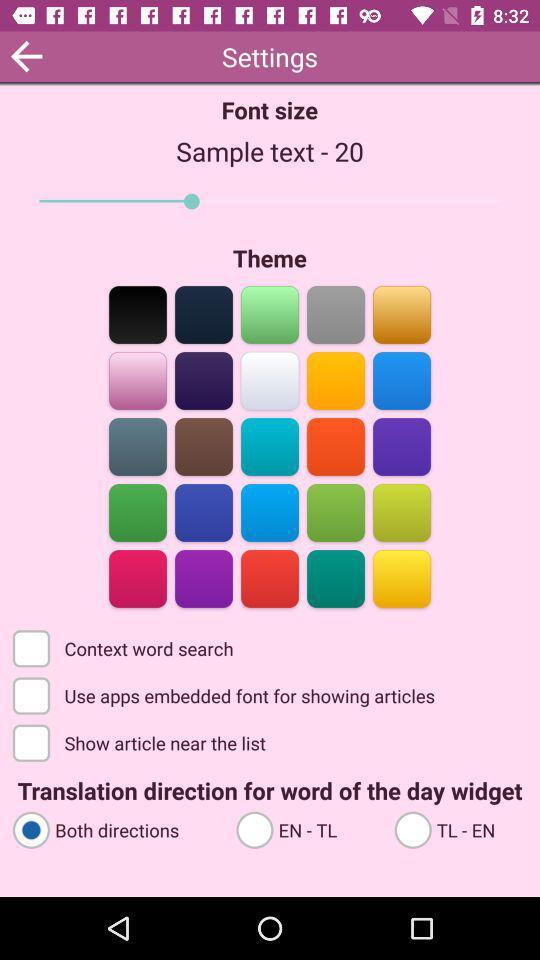  What do you see at coordinates (335, 445) in the screenshot?
I see `color scheme selection red` at bounding box center [335, 445].